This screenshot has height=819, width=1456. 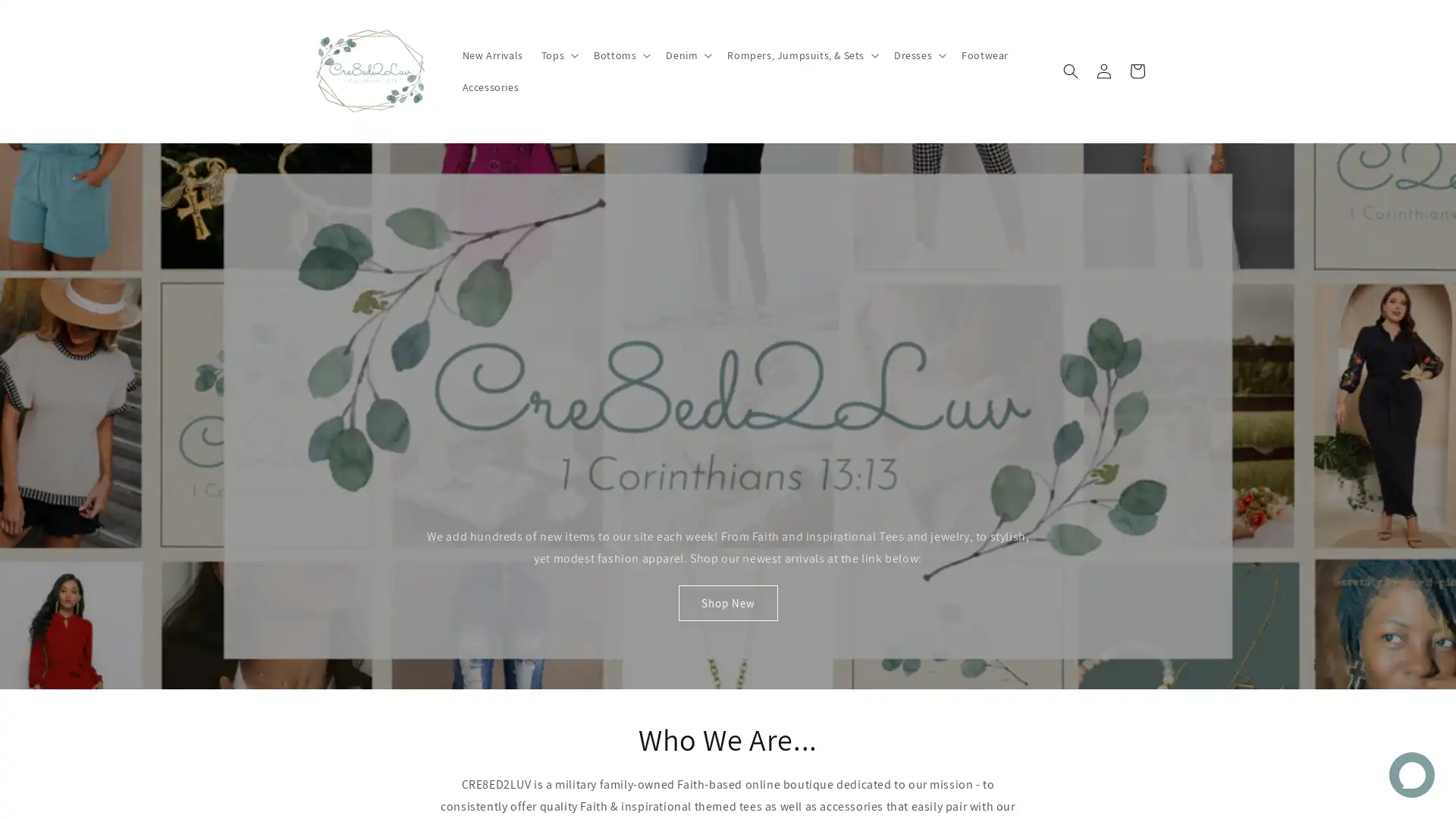 I want to click on Bottoms, so click(x=620, y=105).